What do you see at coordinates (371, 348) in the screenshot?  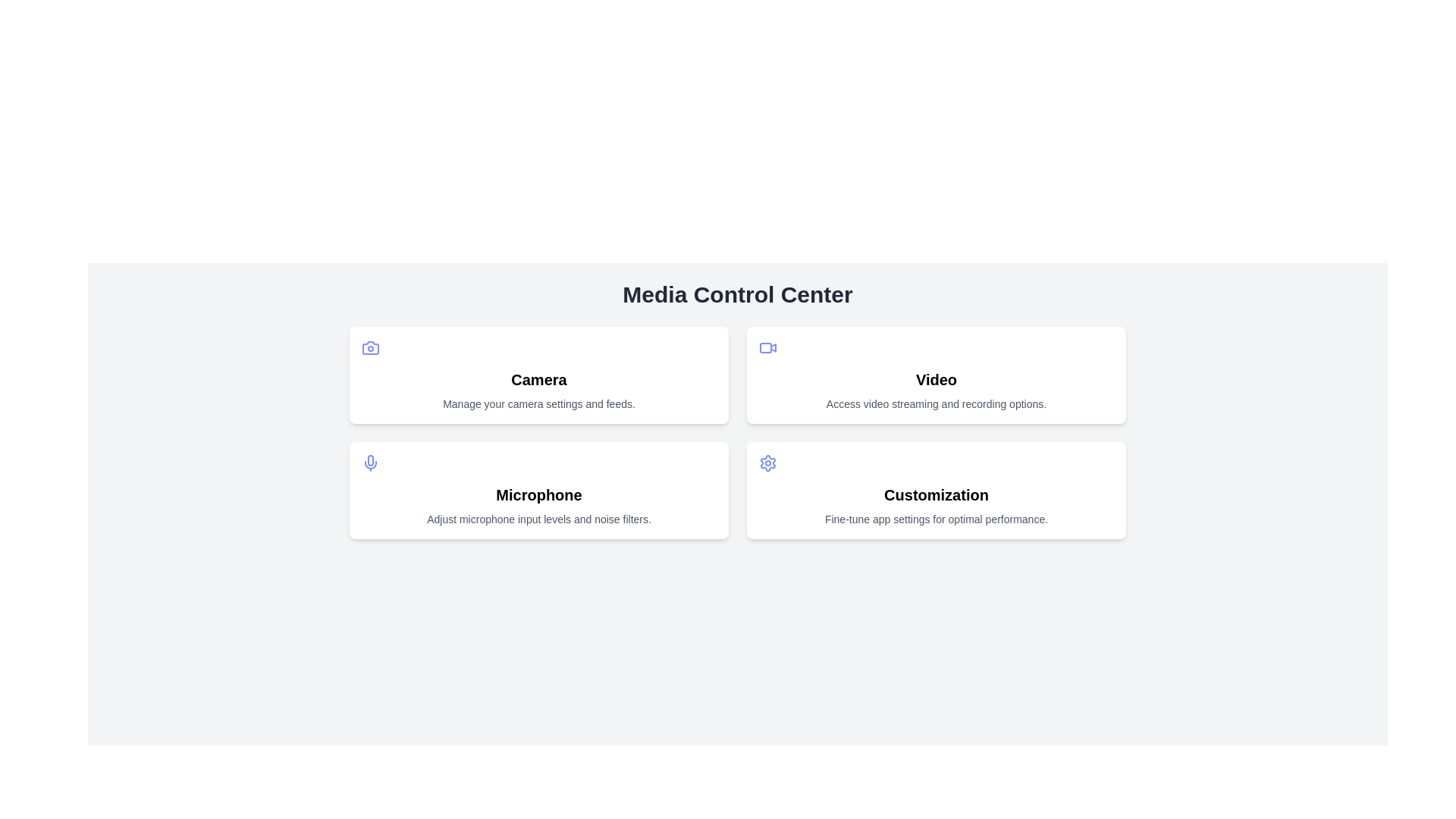 I see `the camera icon located in the top left card of the interface titled 'Camera'` at bounding box center [371, 348].